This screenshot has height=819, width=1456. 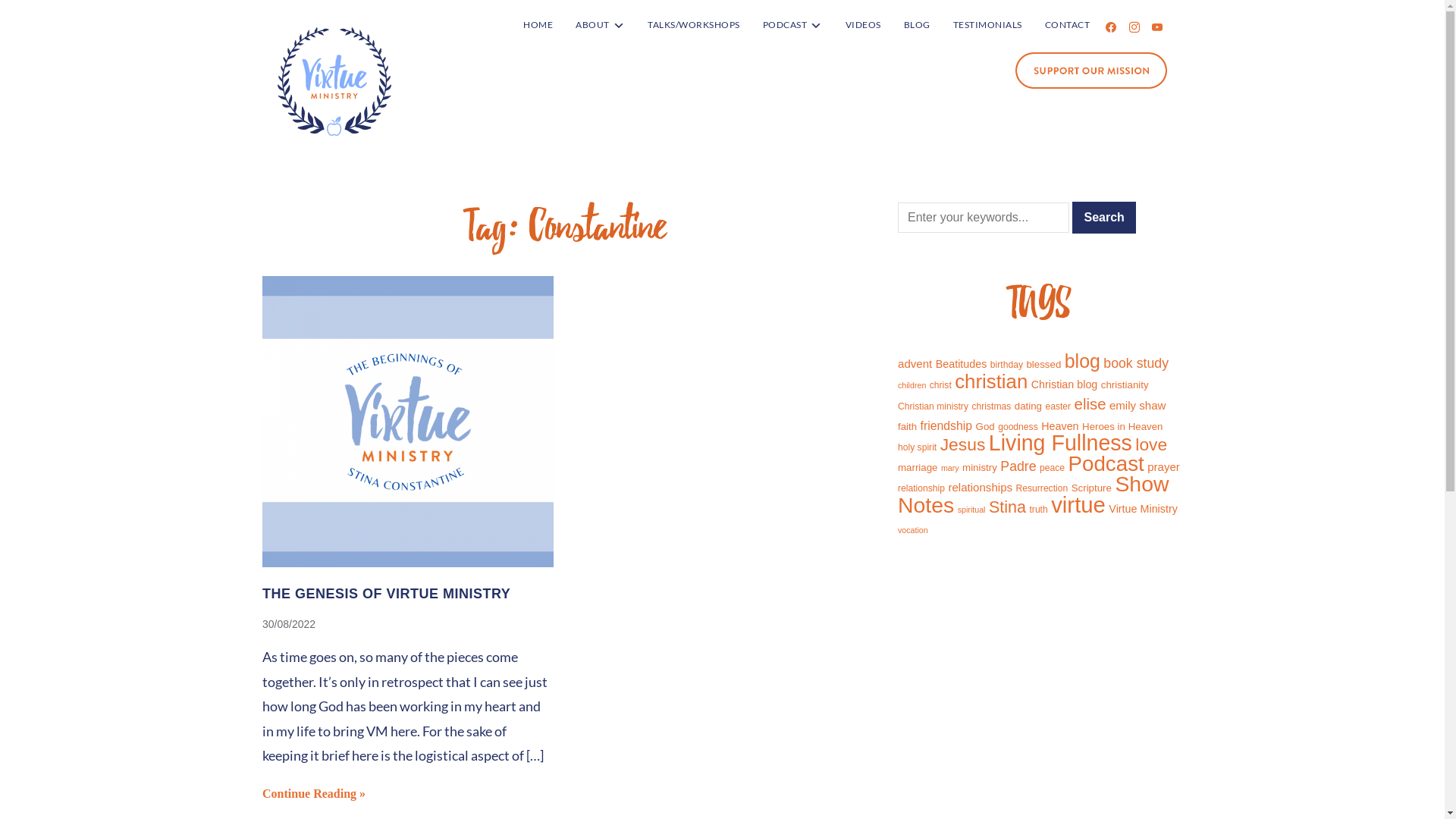 I want to click on 'Christian ministry', so click(x=898, y=406).